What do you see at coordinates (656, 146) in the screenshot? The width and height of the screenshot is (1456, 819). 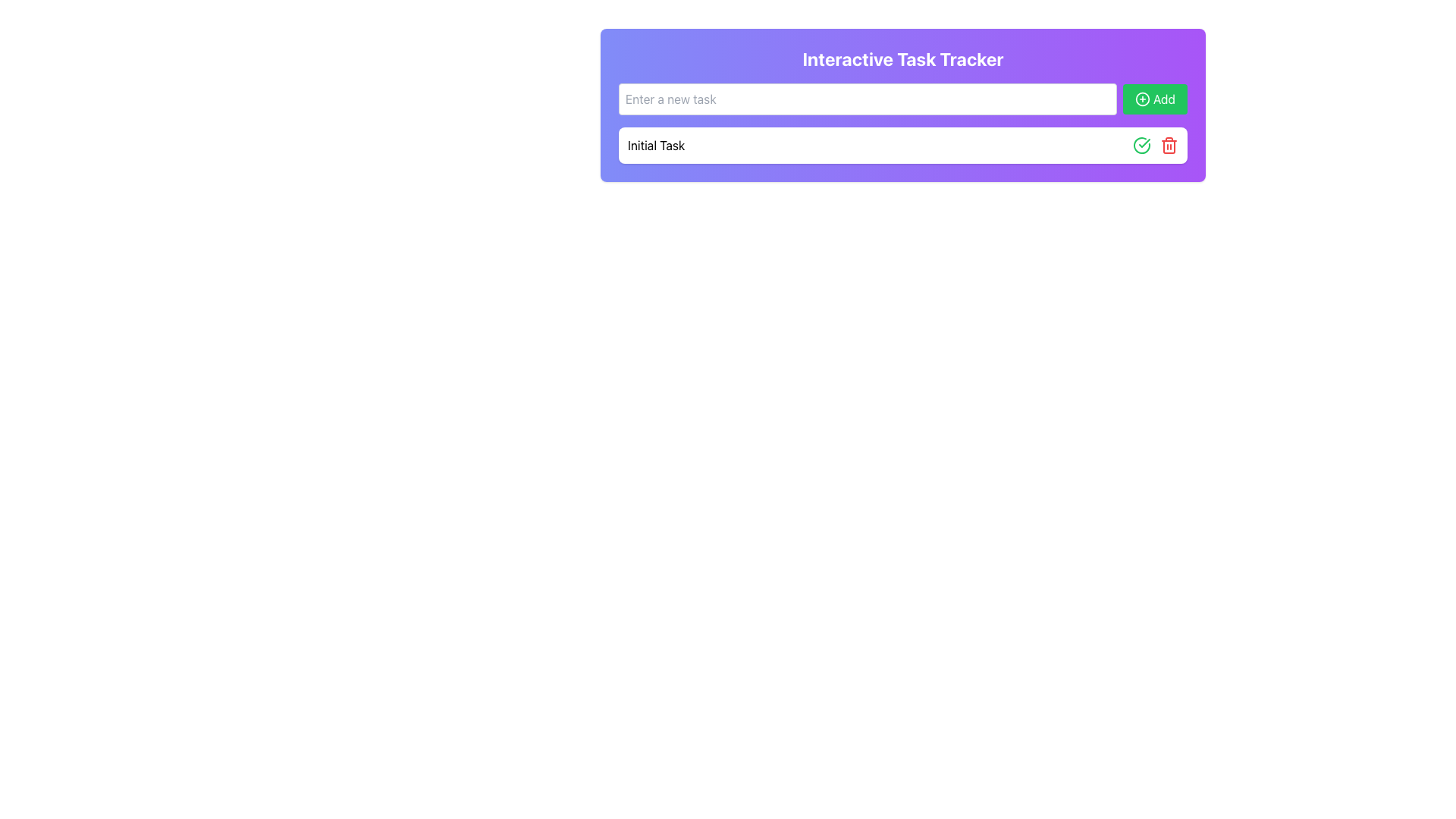 I see `the Text Label displaying the name or title of a task in the upper-central area of the Interactive Task Tracker interface` at bounding box center [656, 146].